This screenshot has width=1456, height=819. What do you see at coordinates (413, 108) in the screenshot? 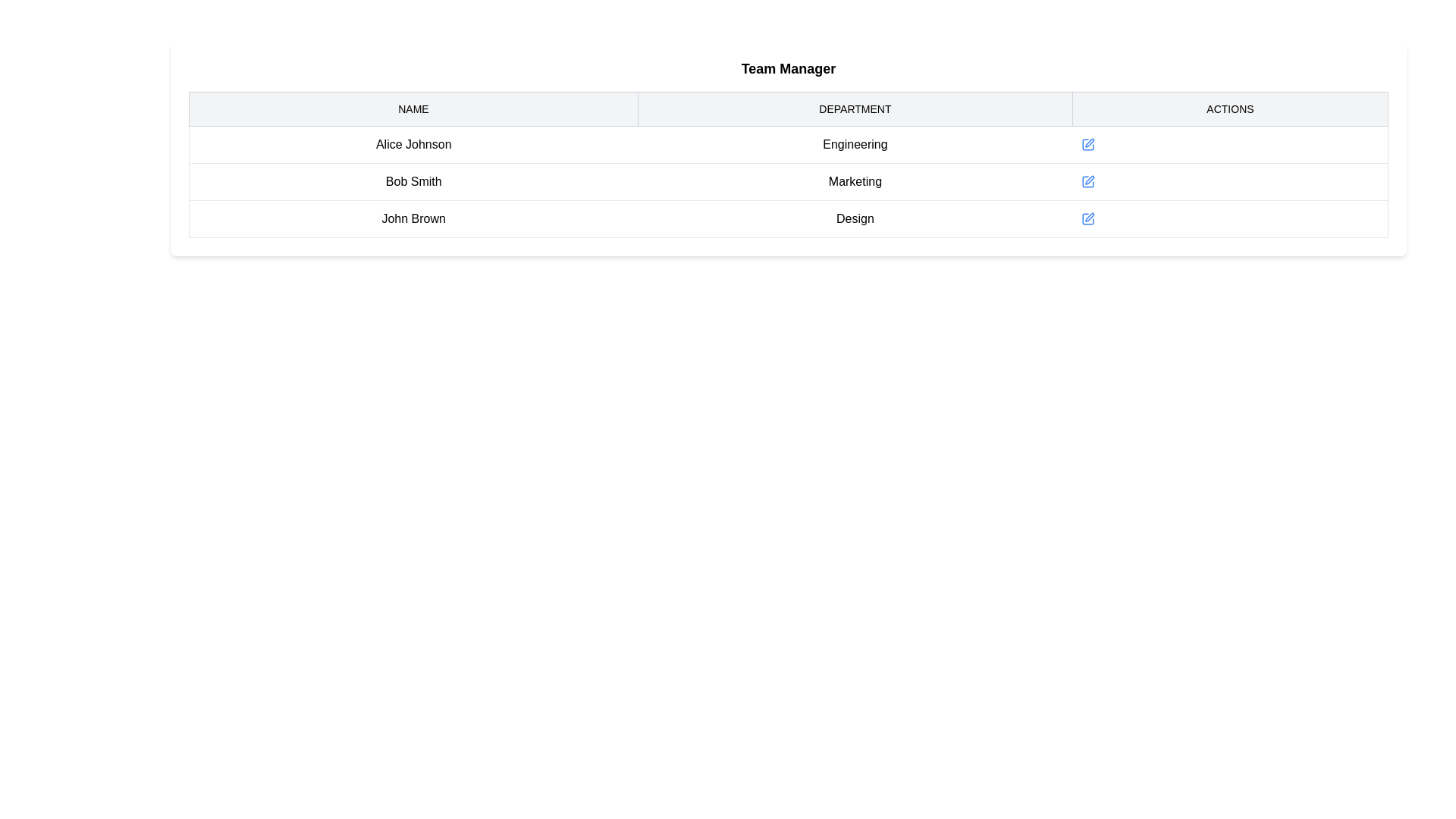
I see `the table header cell labeled 'Name', which is styled in uppercase bold font and is the leftmost header in the top row of the data table` at bounding box center [413, 108].